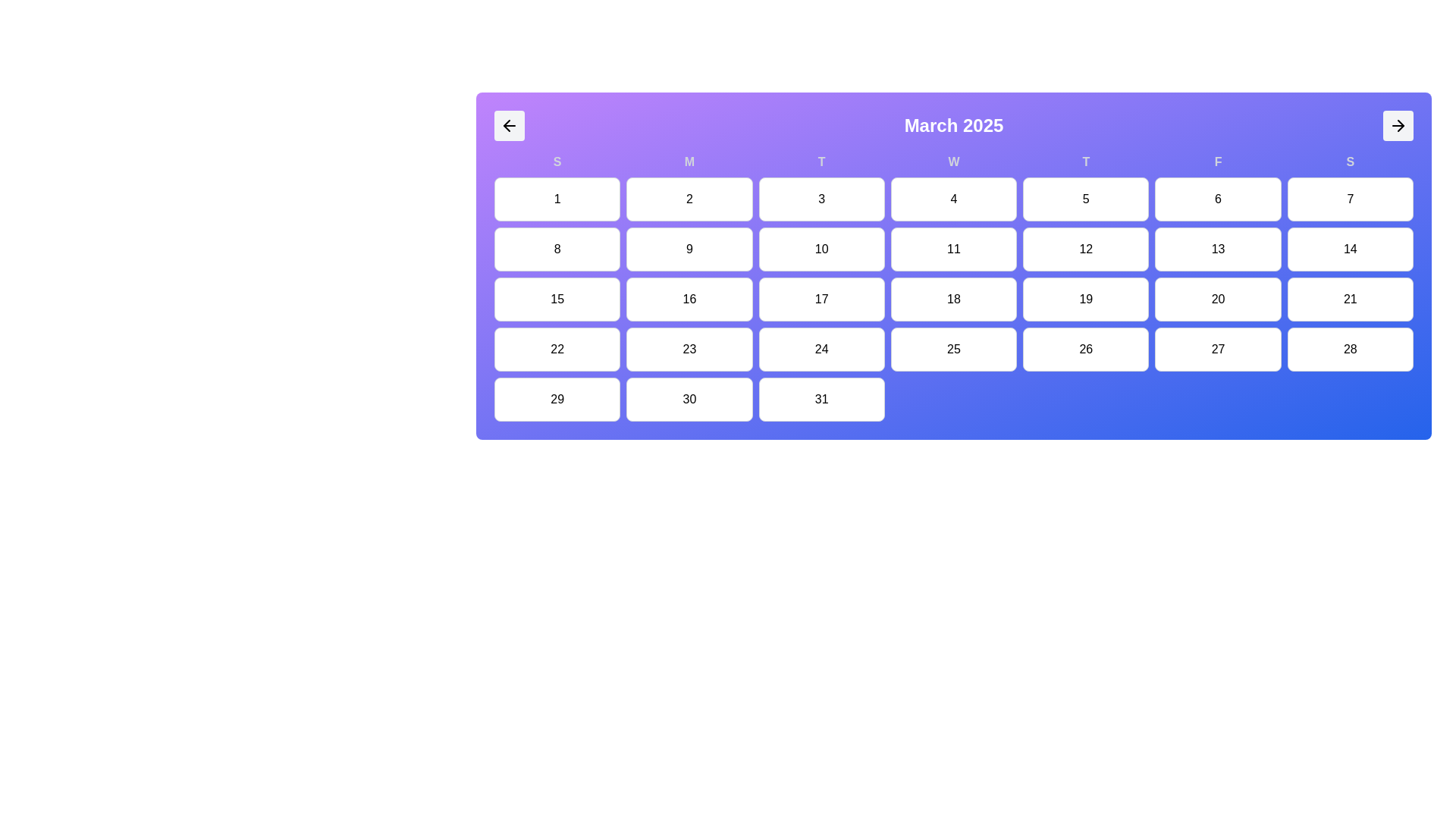  I want to click on the arrow button located in the top-left corner of the purple calendar interface card, so click(510, 124).